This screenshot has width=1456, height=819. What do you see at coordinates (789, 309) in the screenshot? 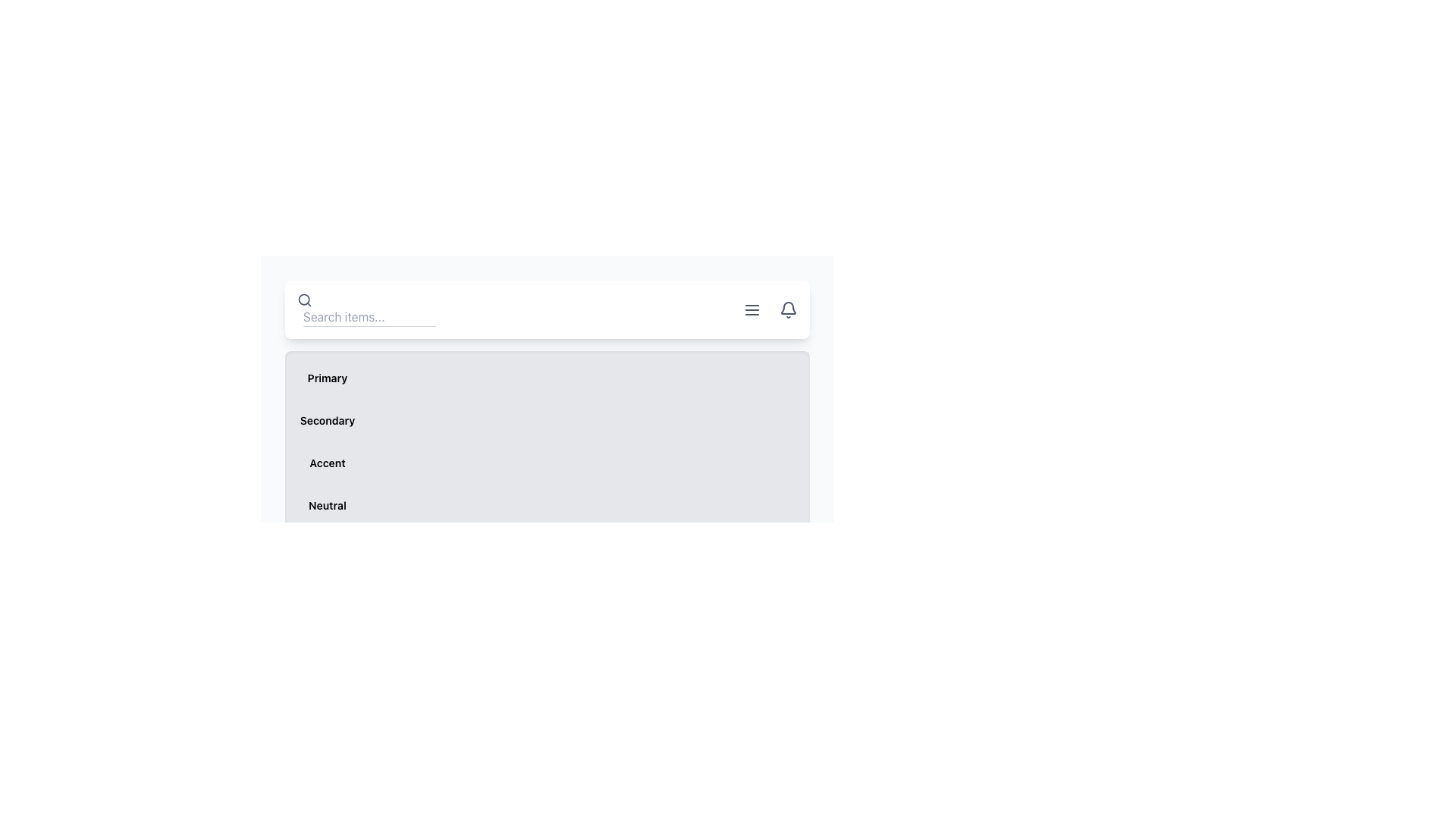
I see `the bell icon representing notifications` at bounding box center [789, 309].